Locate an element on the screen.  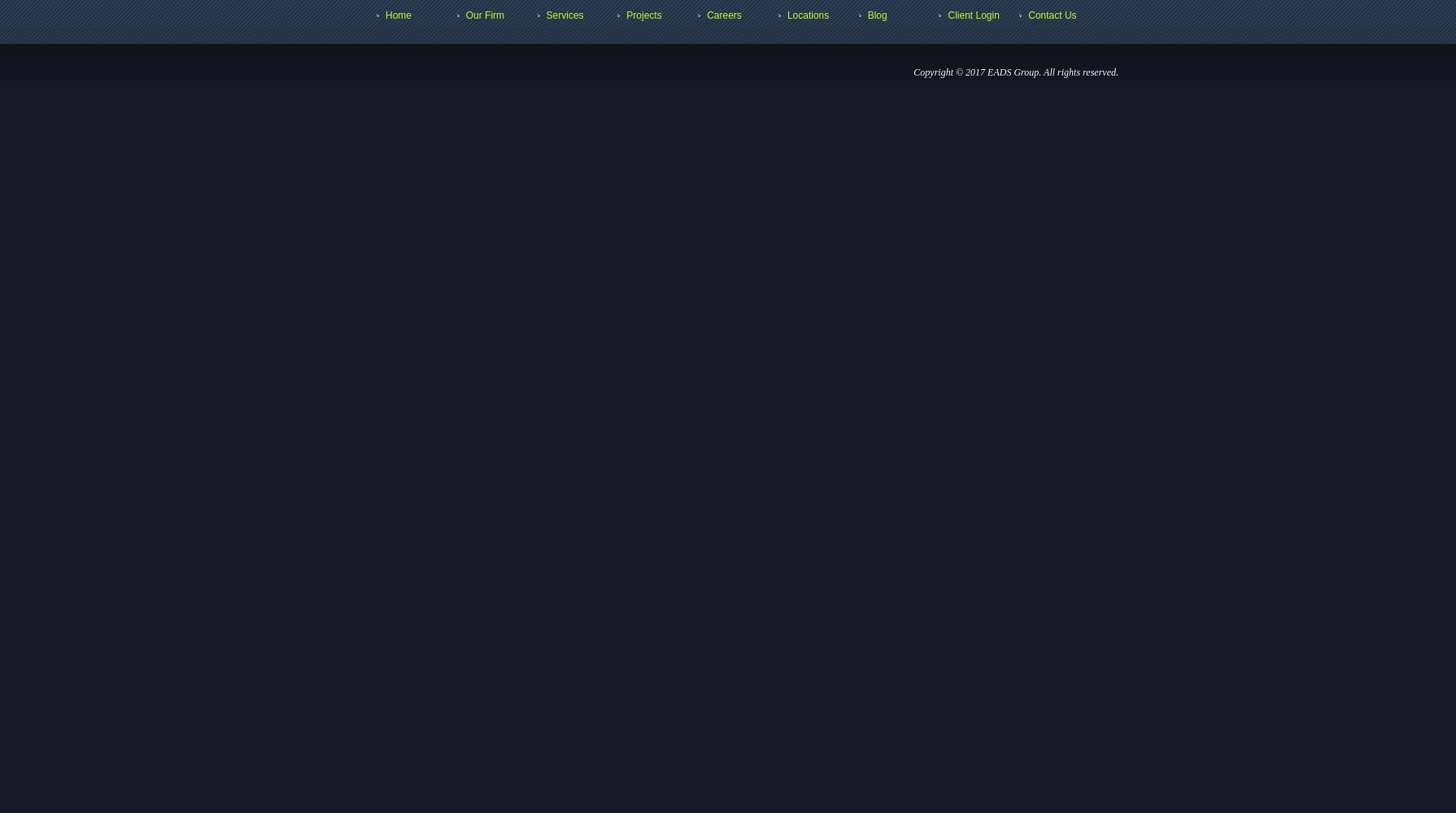
'Copyright © 2017 EADS Group. All rights reserved.' is located at coordinates (1016, 72).